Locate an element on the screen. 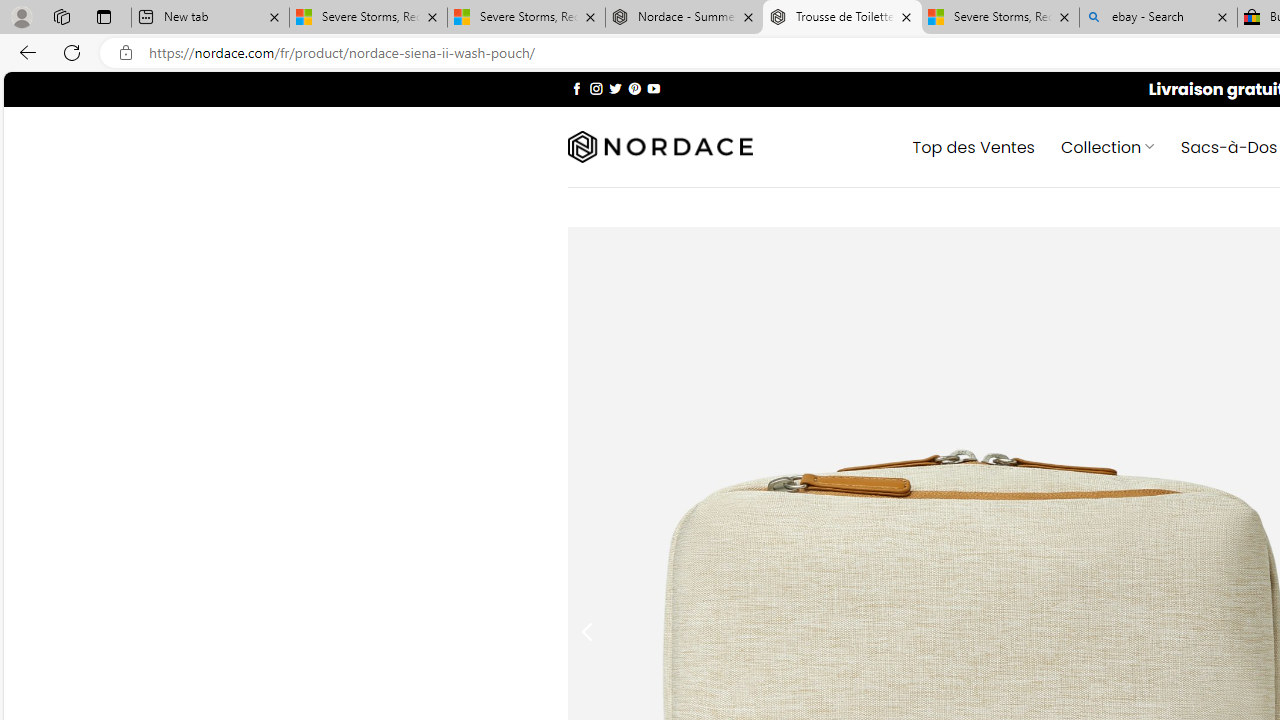 This screenshot has width=1280, height=720. 'Nous suivre sur Facebook' is located at coordinates (576, 87).